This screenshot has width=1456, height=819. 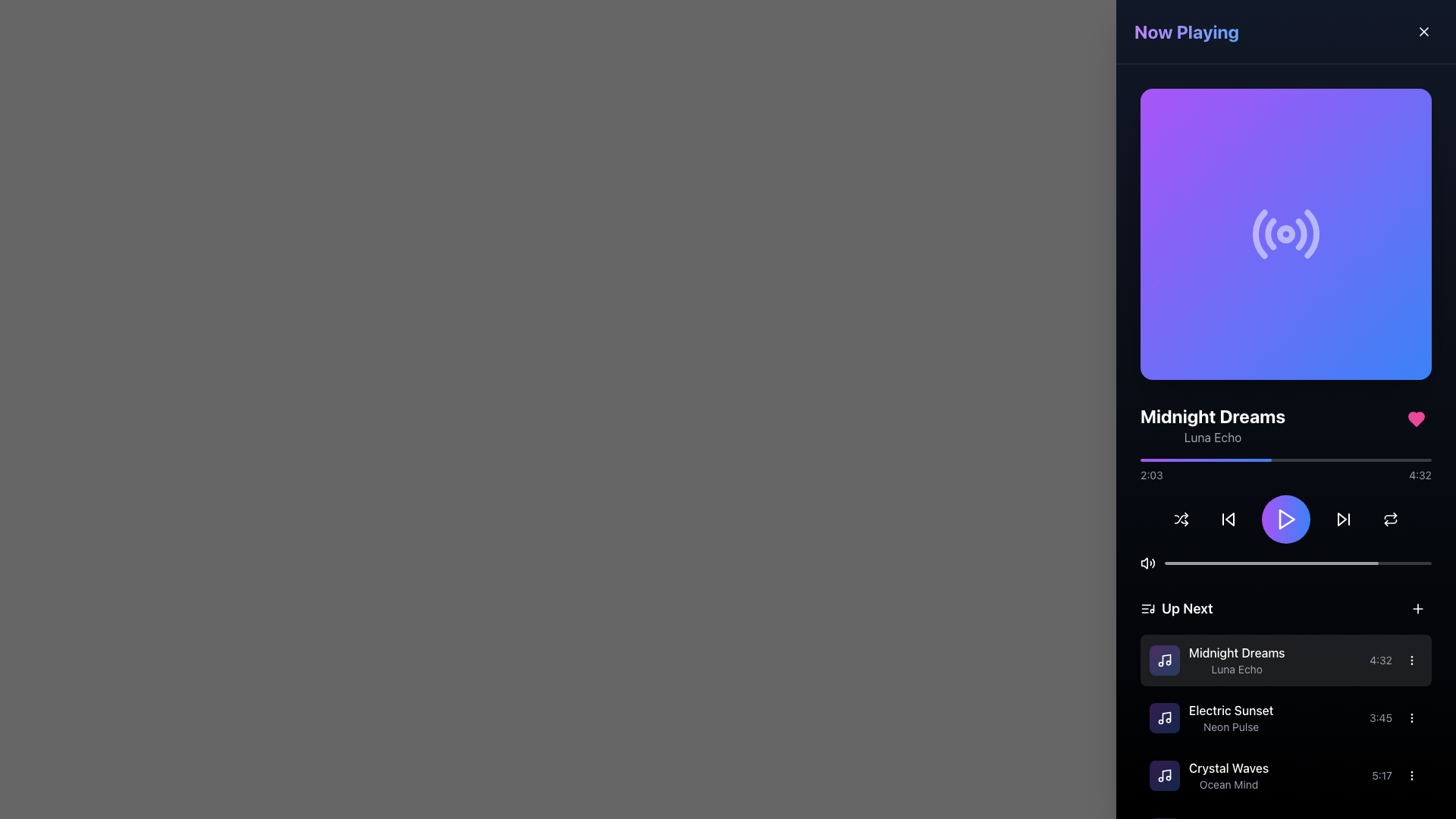 What do you see at coordinates (1340, 459) in the screenshot?
I see `the playback position` at bounding box center [1340, 459].